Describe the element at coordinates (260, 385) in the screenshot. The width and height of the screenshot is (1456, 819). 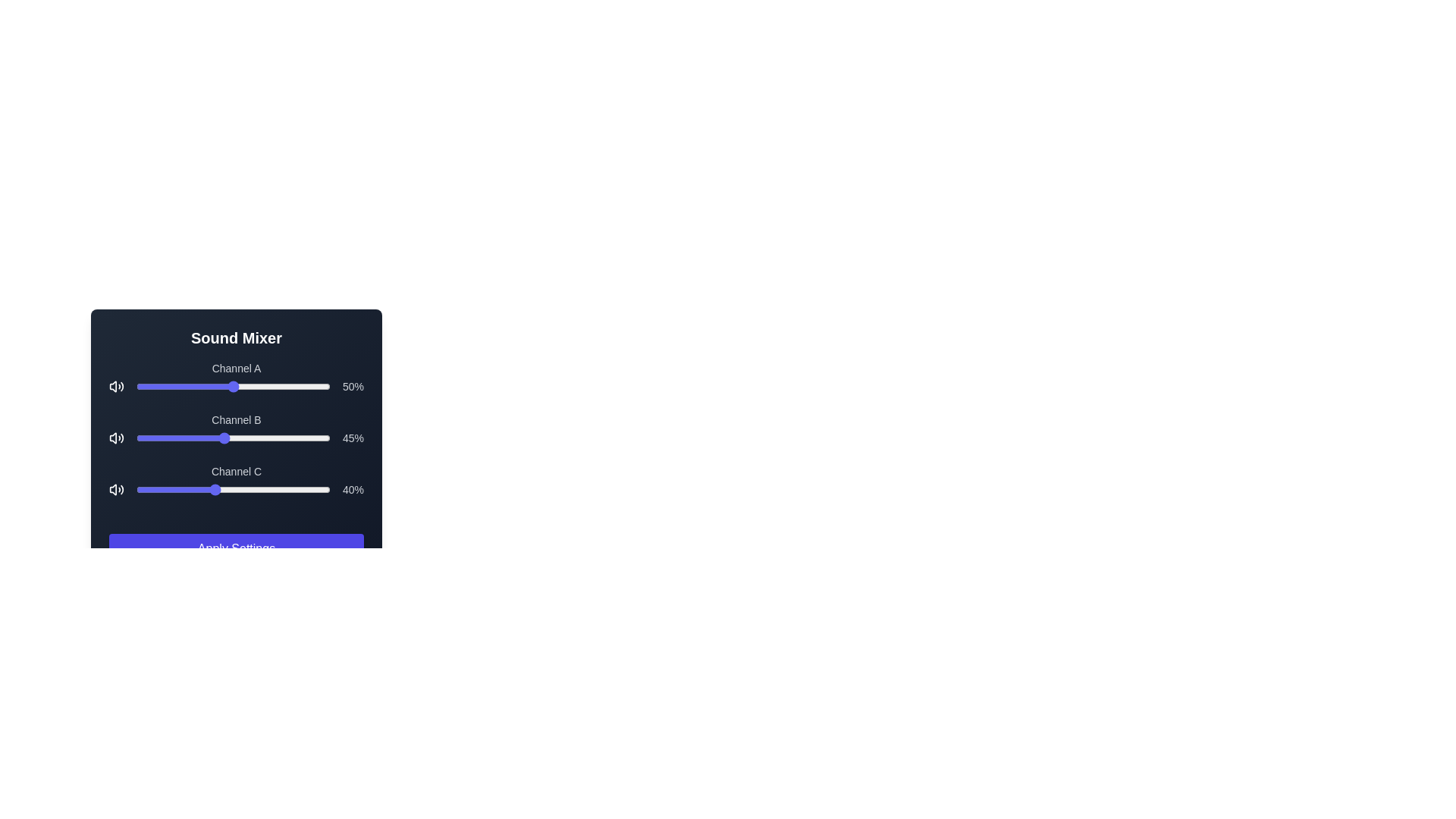
I see `Channel A volume` at that location.